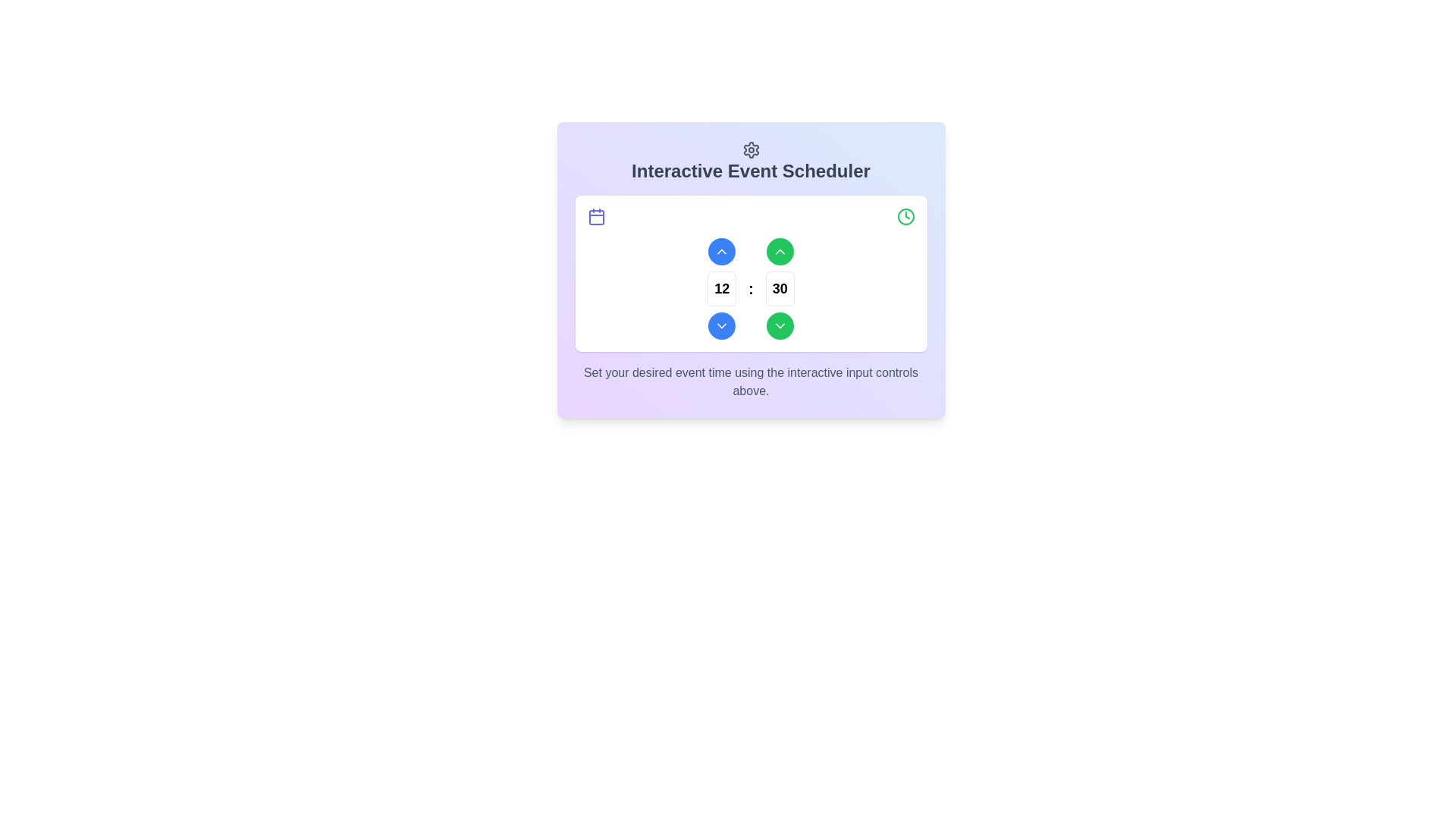  What do you see at coordinates (751, 288) in the screenshot?
I see `the bold colon symbol (':') that is centrally located within the time-setting interface, visually separating the hour and minute input fields` at bounding box center [751, 288].